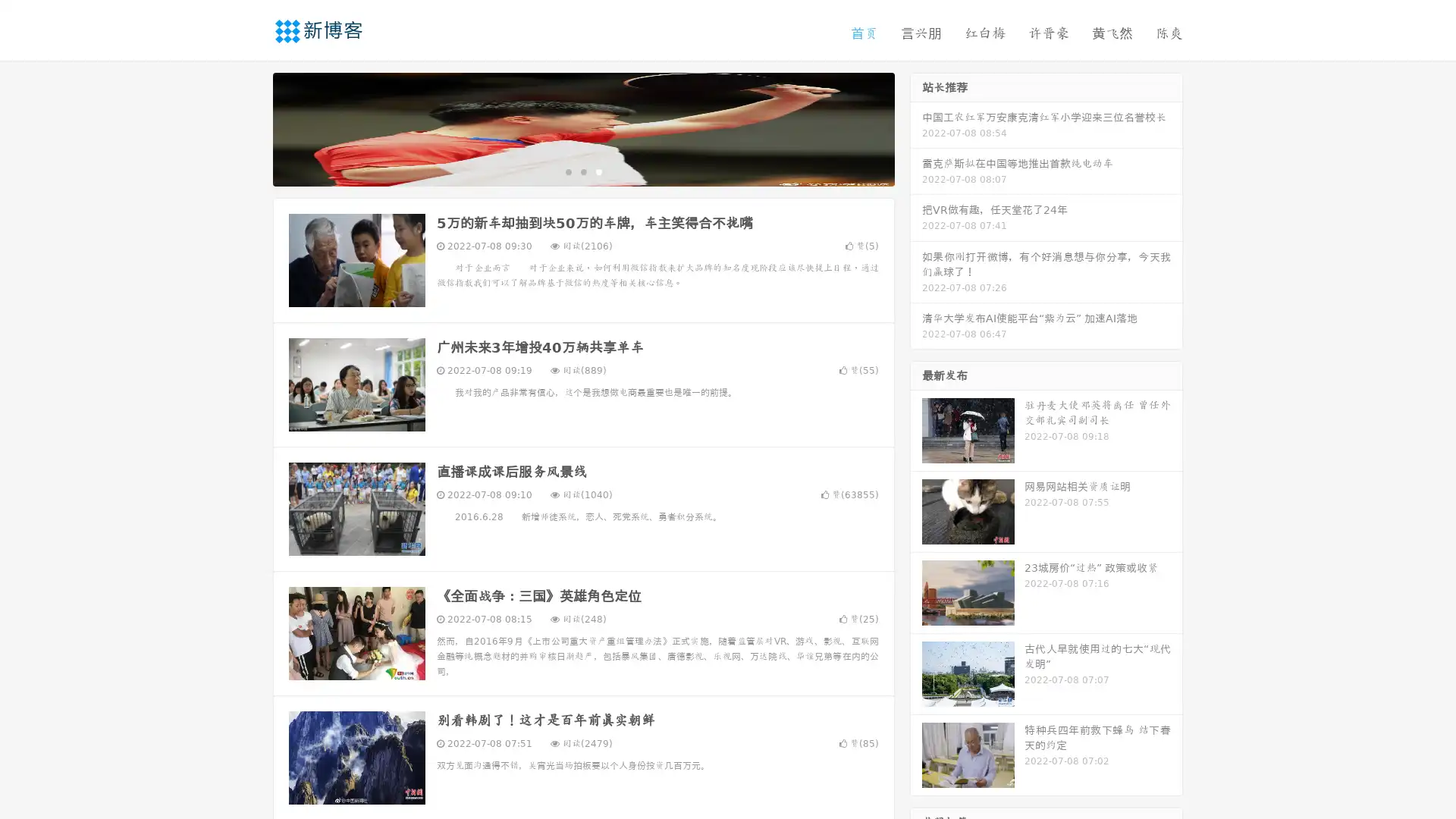 The height and width of the screenshot is (819, 1456). Describe the element at coordinates (567, 171) in the screenshot. I see `Go to slide 1` at that location.